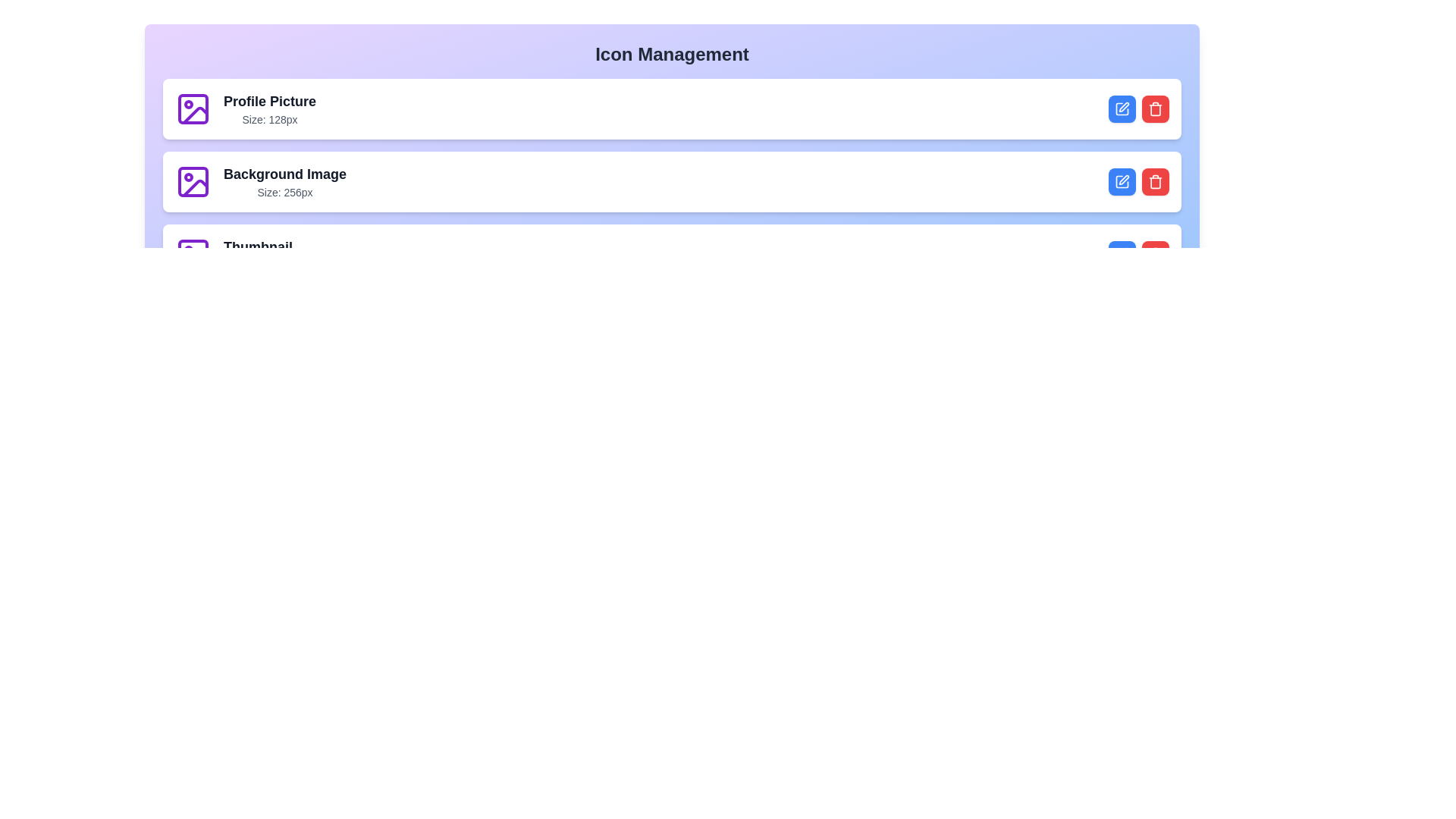 This screenshot has width=1456, height=819. Describe the element at coordinates (258, 246) in the screenshot. I see `bold text label 'Thumbnail' located in the bottom section of the listed group of items, specifically the third entry underneath 'Profile Picture' and 'Background Image'` at that location.